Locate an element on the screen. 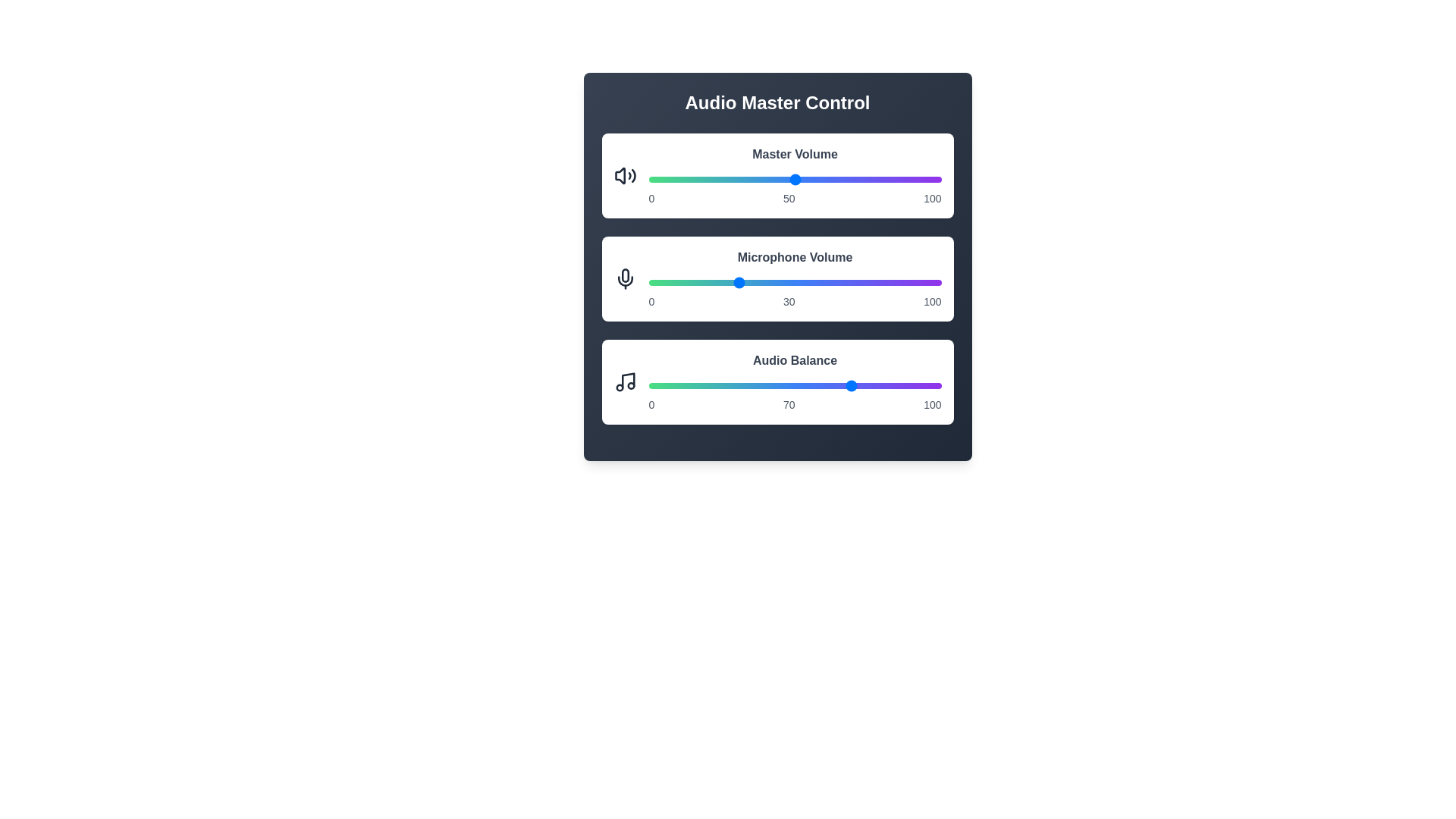 This screenshot has width=1456, height=819. the microphone volume slider to 31% is located at coordinates (739, 283).